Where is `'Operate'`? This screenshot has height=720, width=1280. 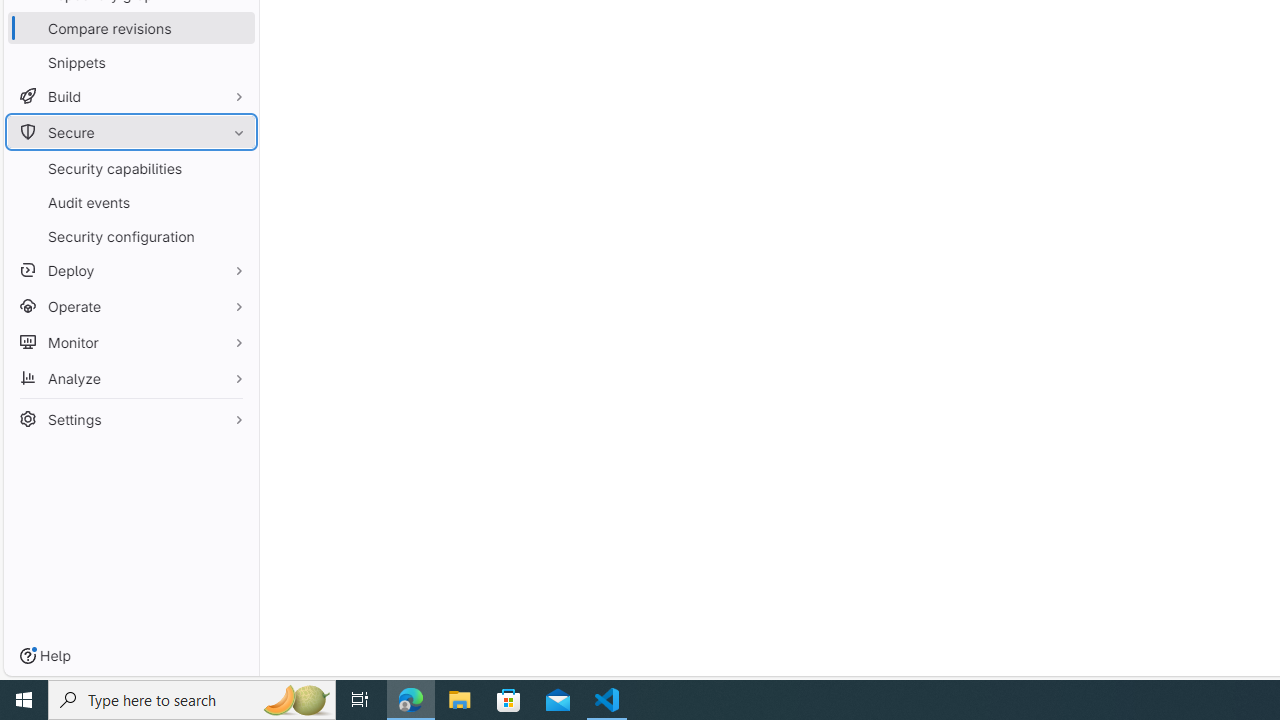
'Operate' is located at coordinates (130, 306).